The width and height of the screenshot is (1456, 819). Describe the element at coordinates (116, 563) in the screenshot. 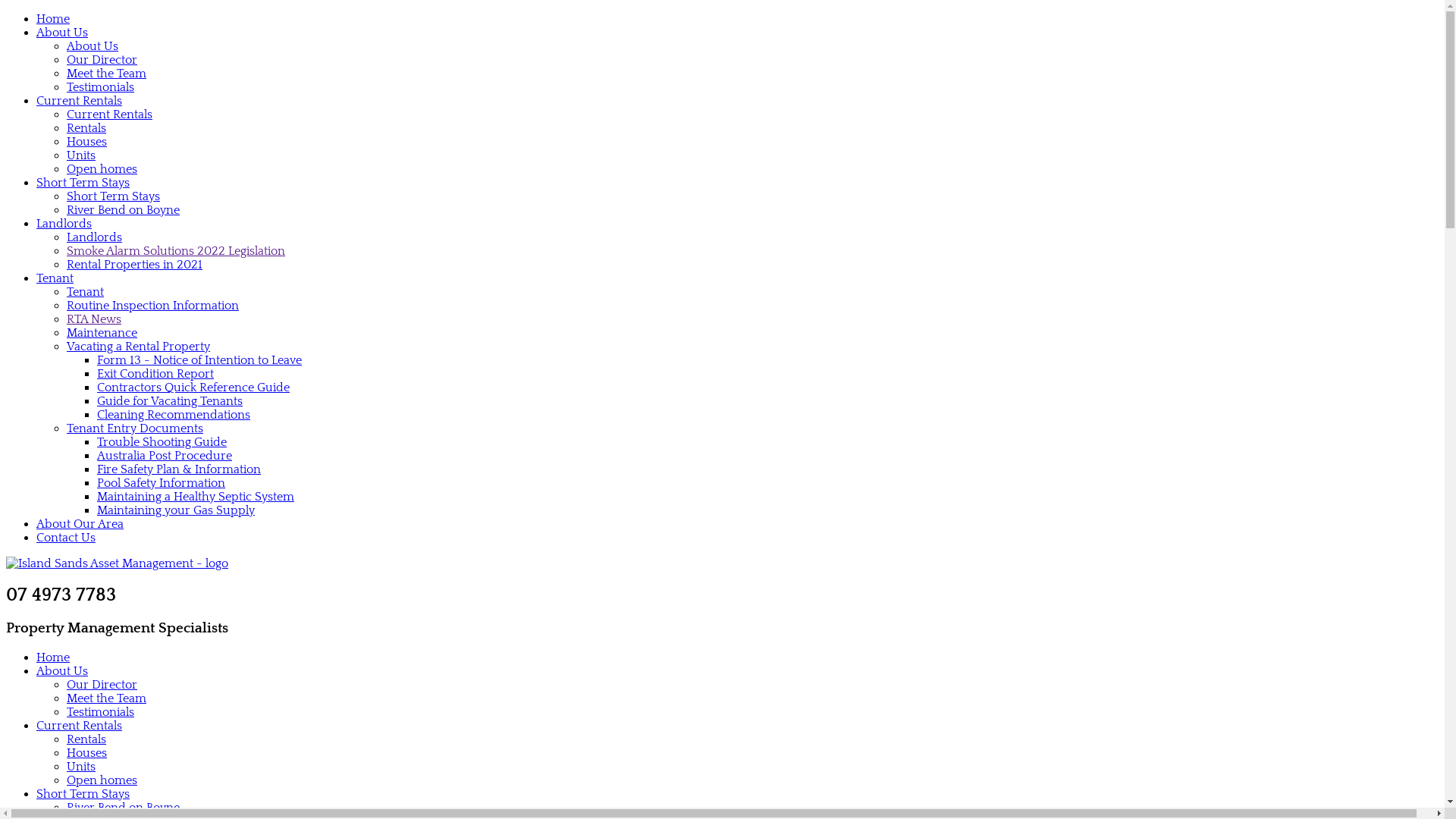

I see `'Island Sands Asset Management'` at that location.